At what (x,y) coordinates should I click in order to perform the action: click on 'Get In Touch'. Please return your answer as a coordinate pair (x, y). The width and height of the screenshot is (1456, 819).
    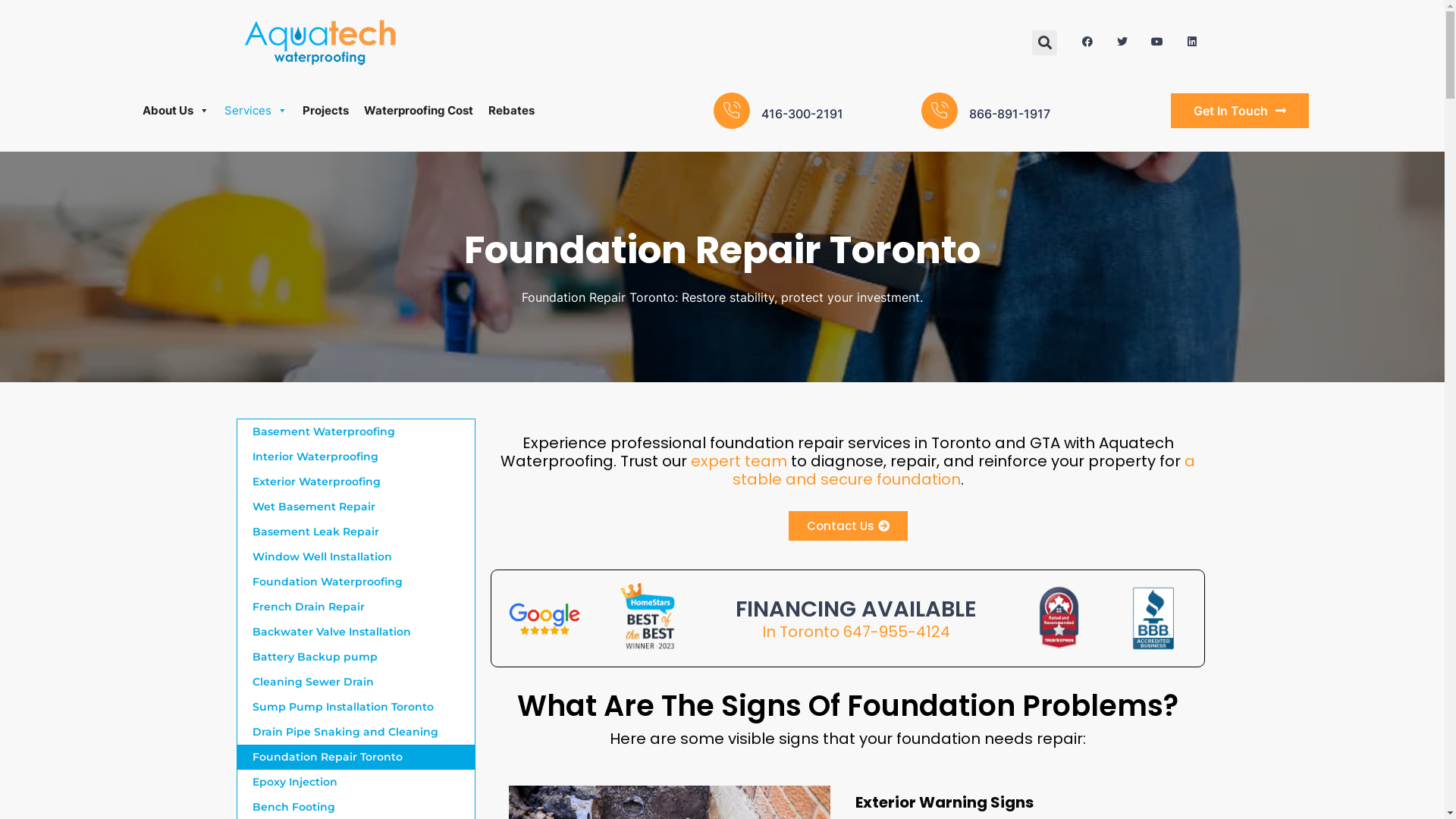
    Looking at the image, I should click on (1240, 110).